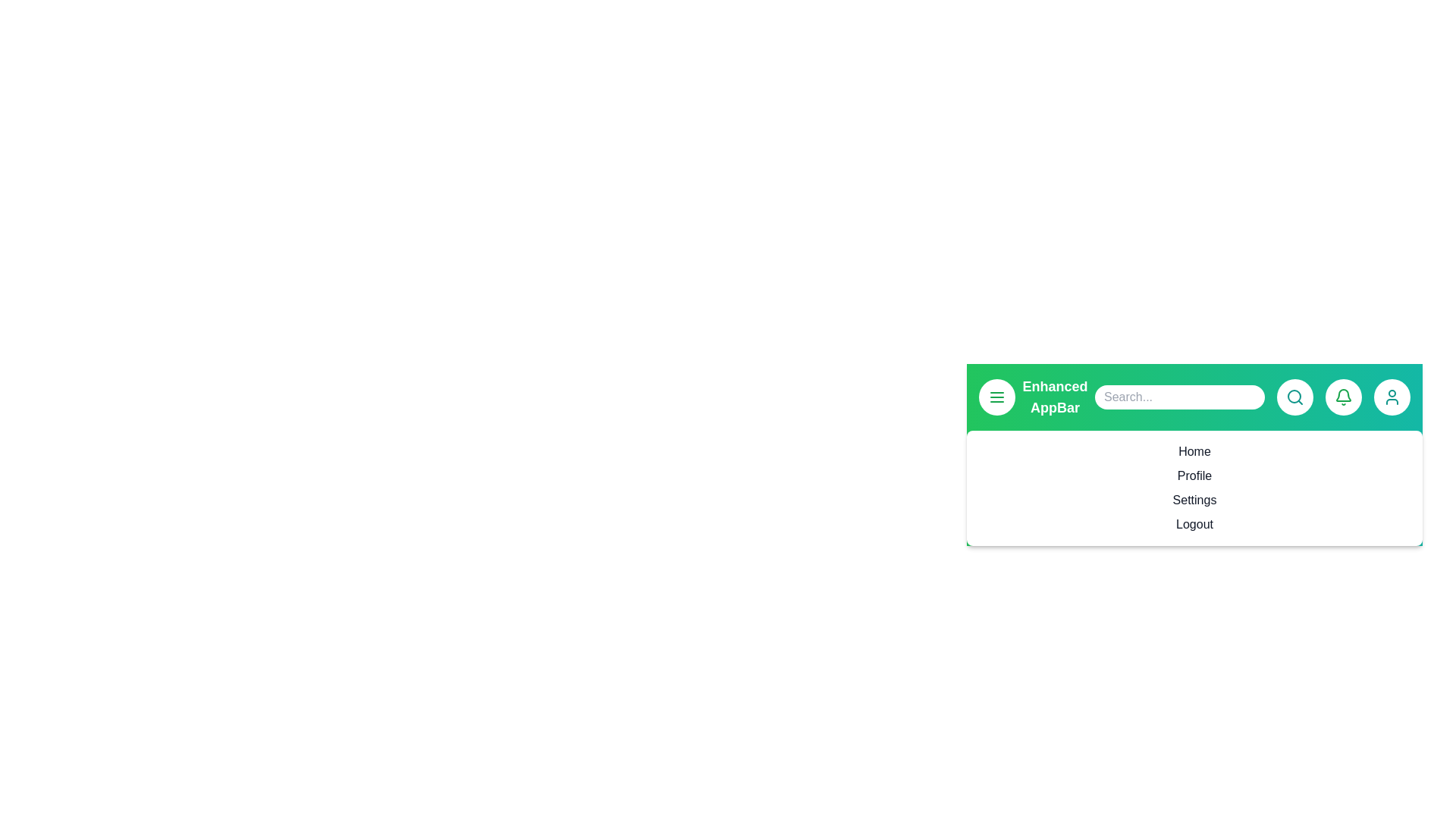  What do you see at coordinates (1194, 523) in the screenshot?
I see `the menu item Logout from the EnhancedAppBar` at bounding box center [1194, 523].